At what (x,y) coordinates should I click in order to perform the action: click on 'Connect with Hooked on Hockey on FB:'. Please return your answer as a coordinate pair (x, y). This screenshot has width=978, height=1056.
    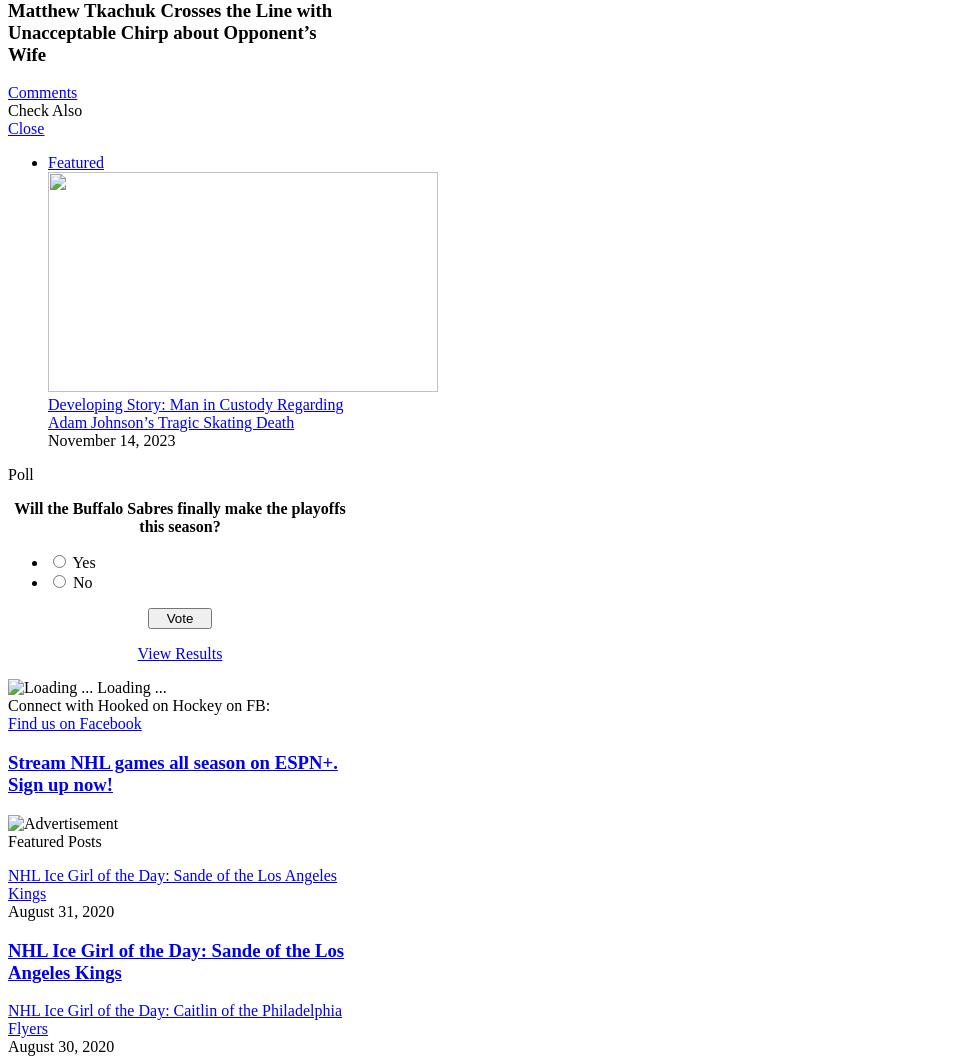
    Looking at the image, I should click on (138, 705).